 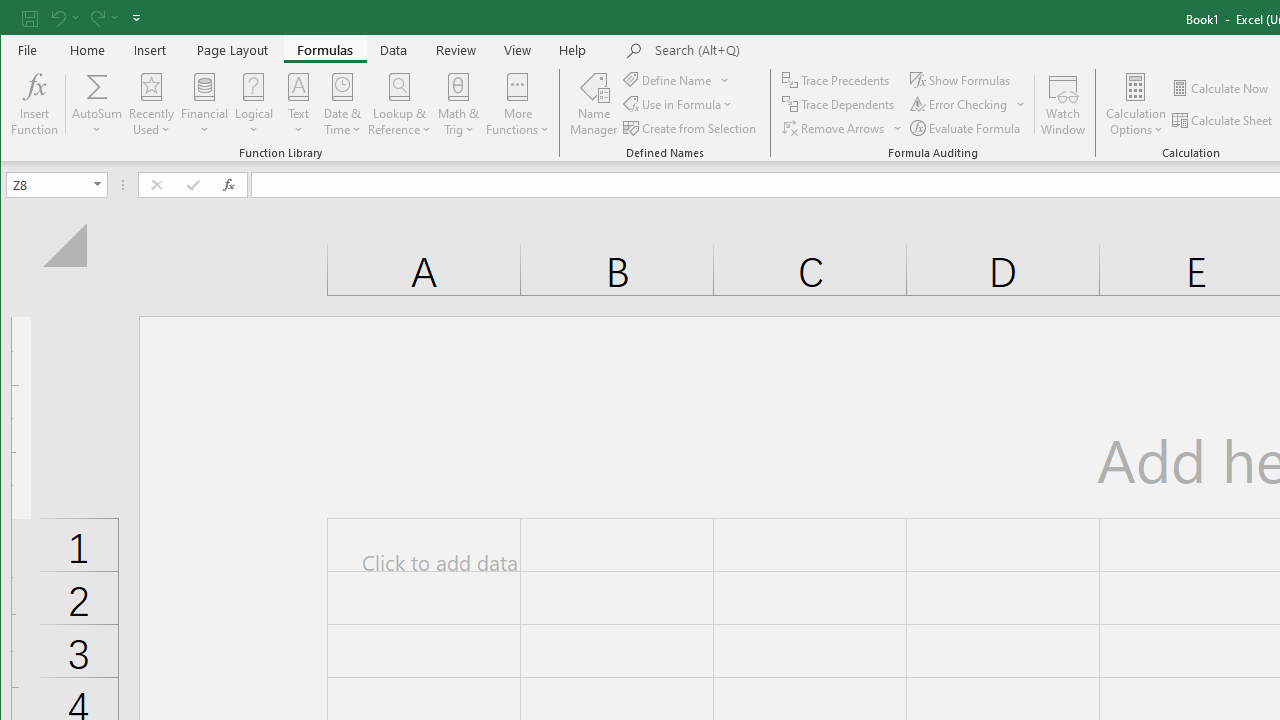 What do you see at coordinates (840, 104) in the screenshot?
I see `'Trace Dependents'` at bounding box center [840, 104].